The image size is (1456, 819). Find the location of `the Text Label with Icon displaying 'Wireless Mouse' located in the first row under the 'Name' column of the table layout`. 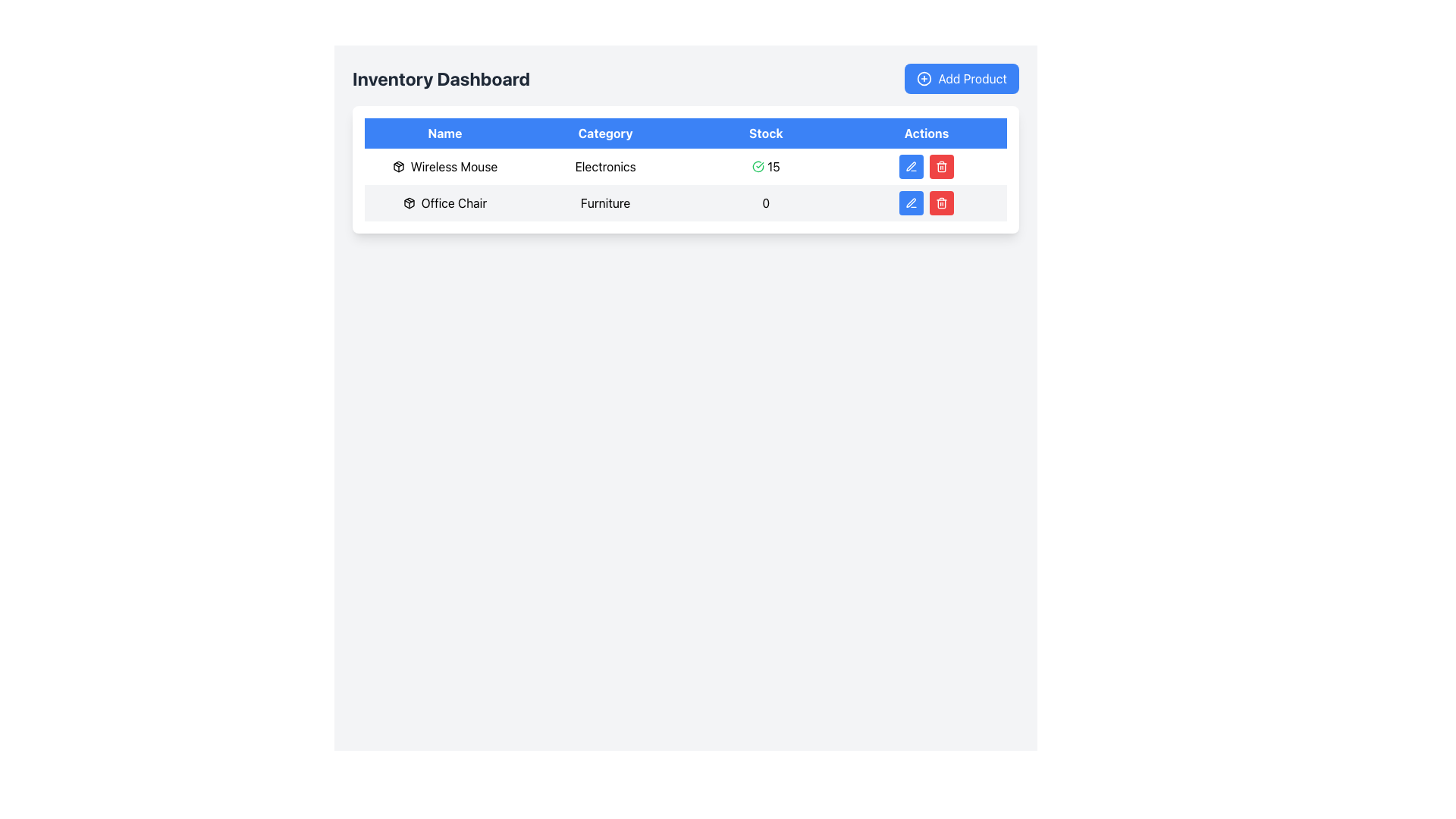

the Text Label with Icon displaying 'Wireless Mouse' located in the first row under the 'Name' column of the table layout is located at coordinates (444, 166).